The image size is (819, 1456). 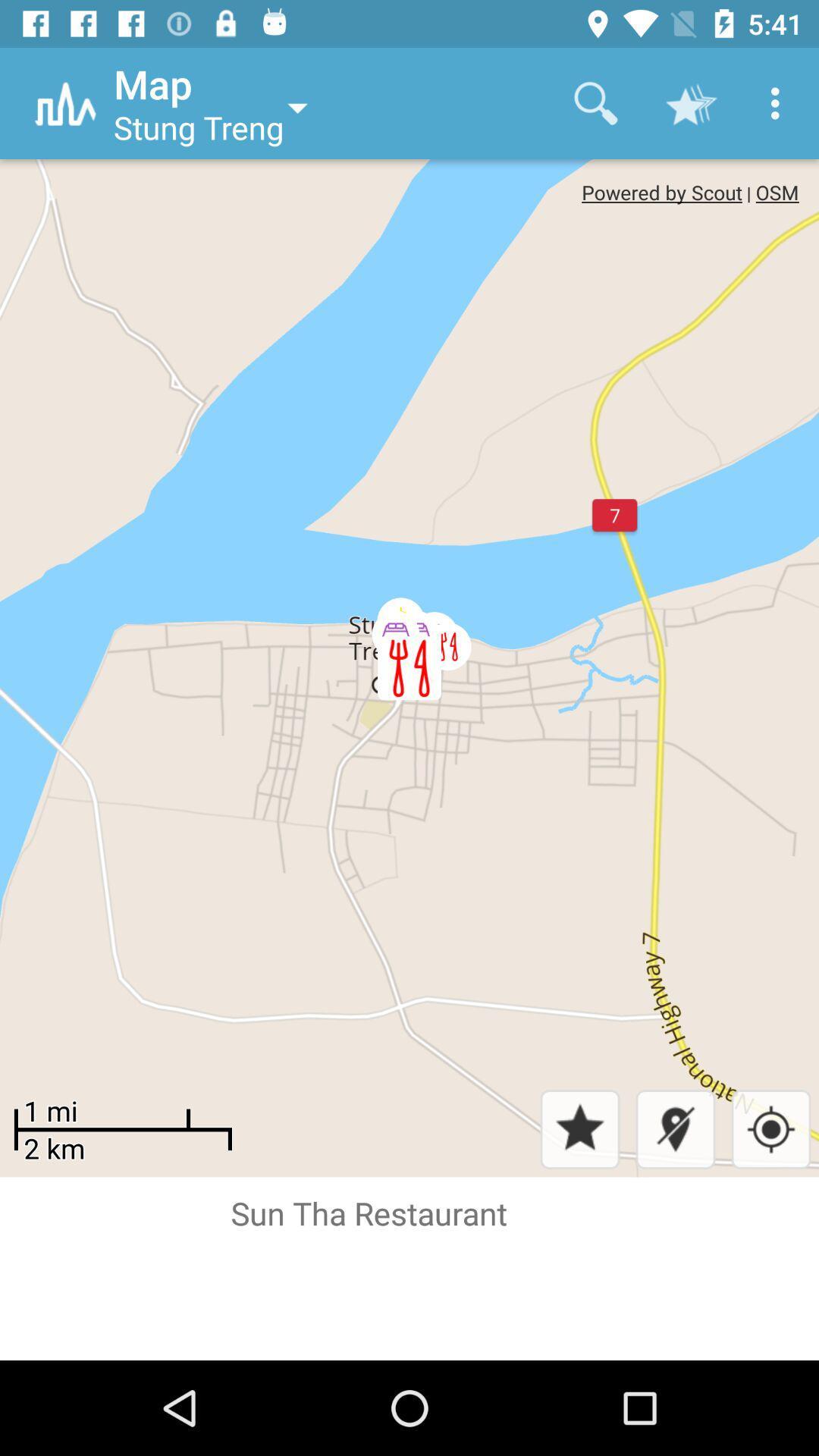 What do you see at coordinates (771, 1129) in the screenshot?
I see `the location_crosshair icon` at bounding box center [771, 1129].